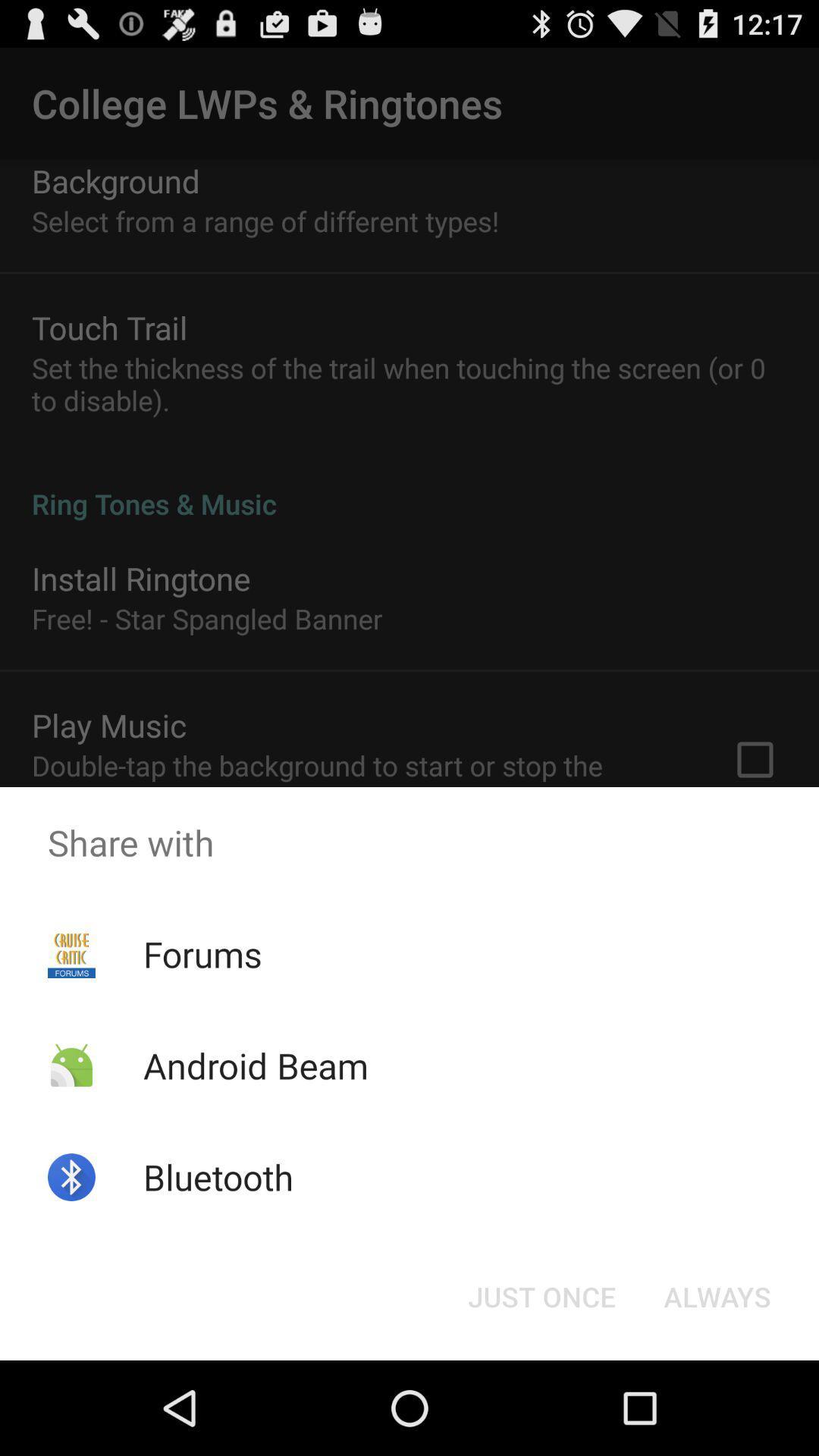 The image size is (819, 1456). I want to click on the item below share with, so click(717, 1295).